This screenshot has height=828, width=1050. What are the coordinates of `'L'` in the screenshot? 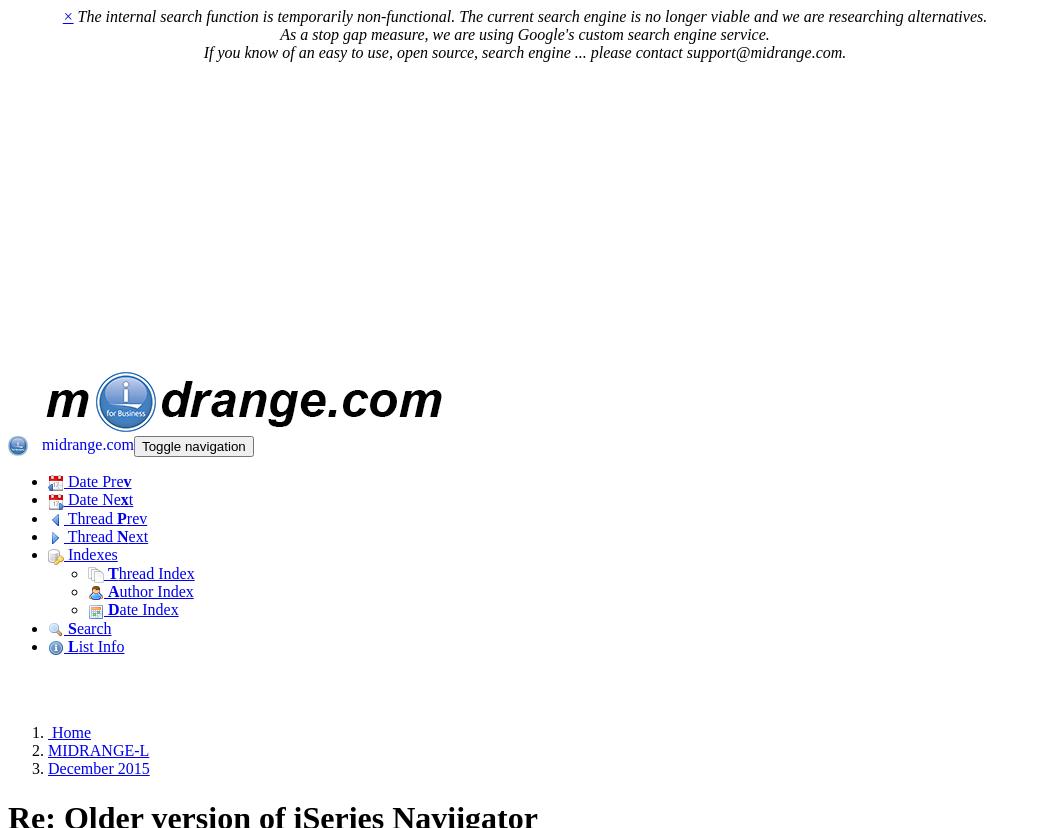 It's located at (71, 645).